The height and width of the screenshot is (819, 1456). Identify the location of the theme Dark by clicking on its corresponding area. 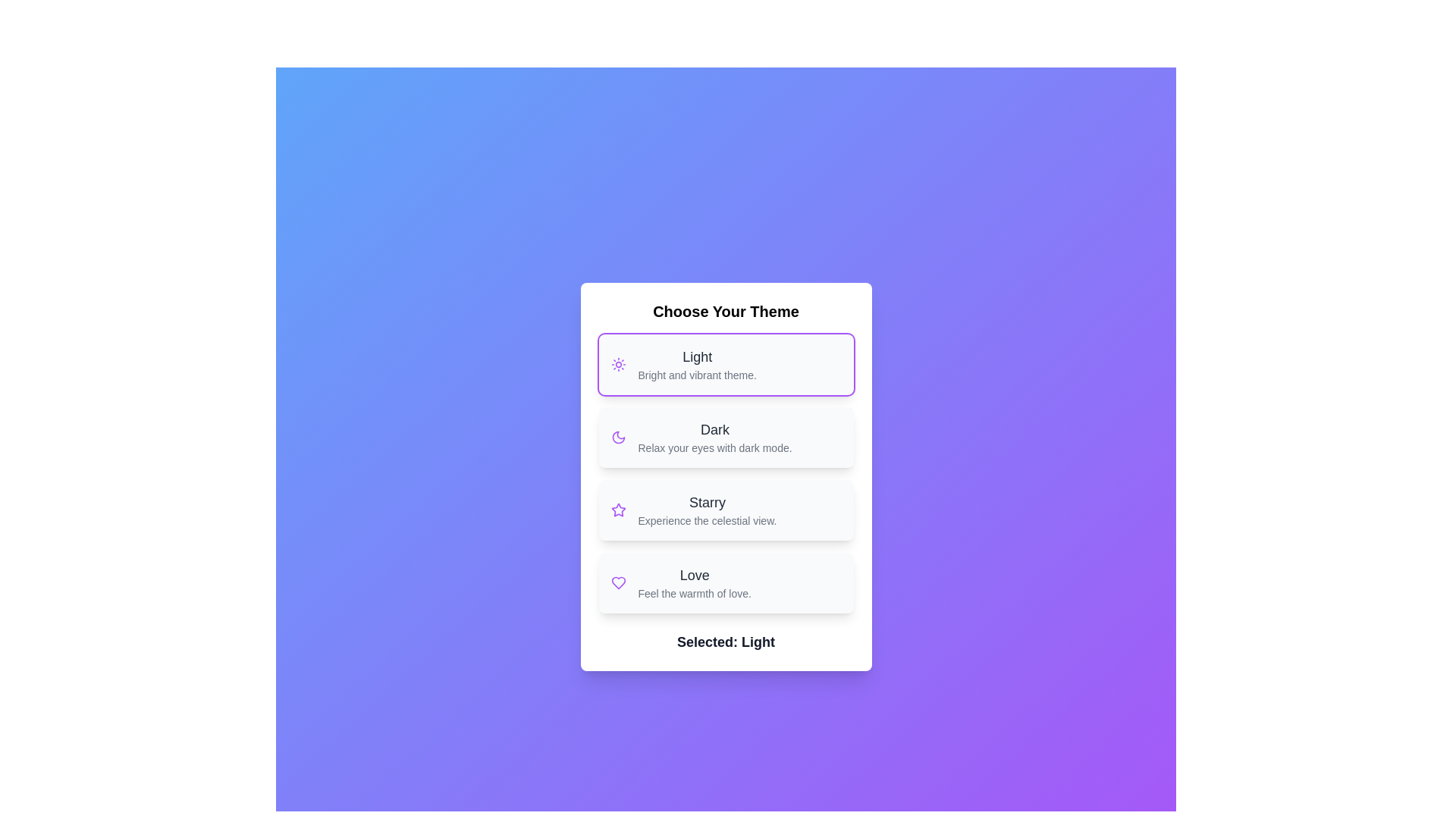
(725, 438).